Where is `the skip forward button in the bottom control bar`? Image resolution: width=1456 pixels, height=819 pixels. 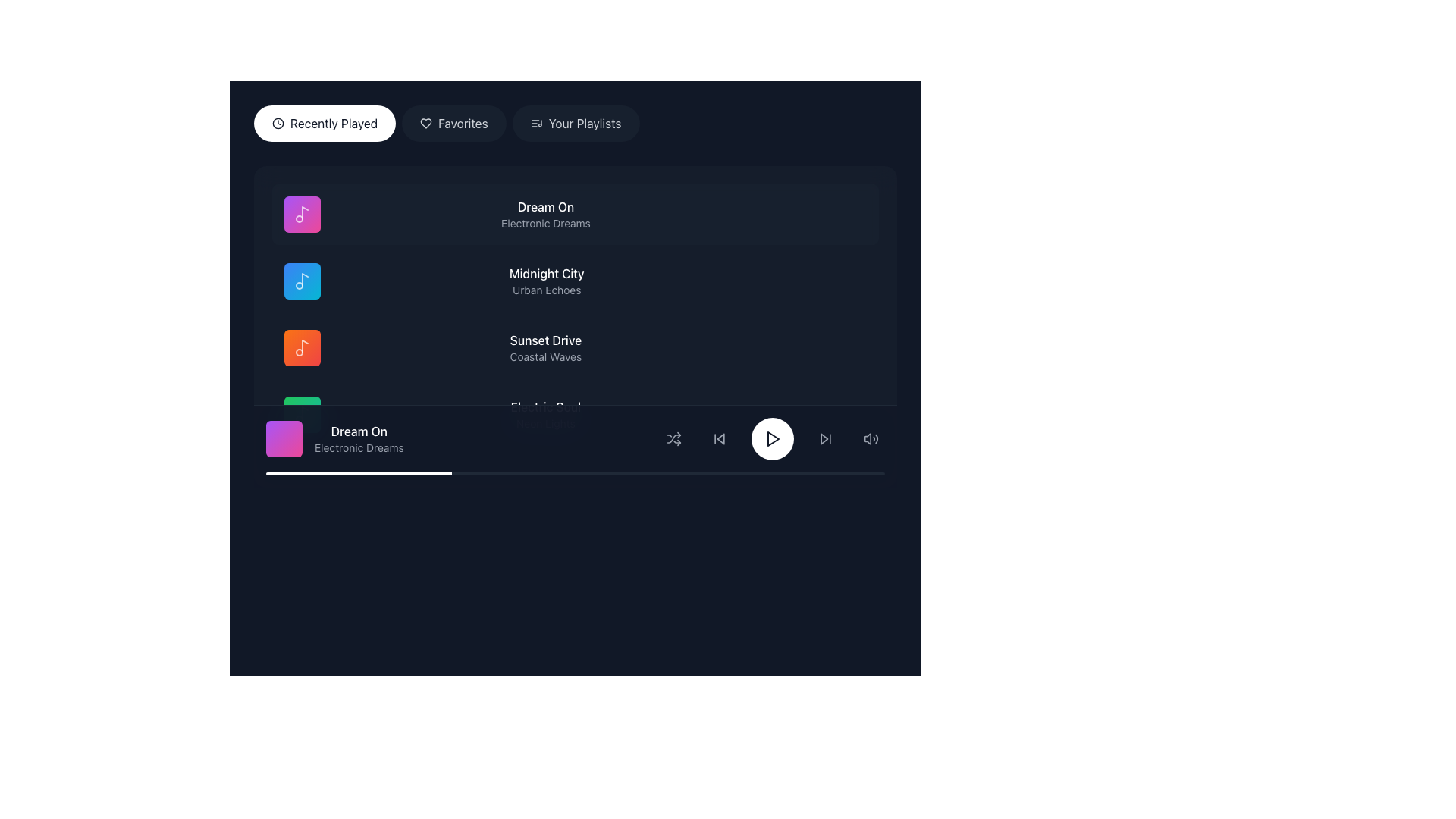 the skip forward button in the bottom control bar is located at coordinates (824, 438).